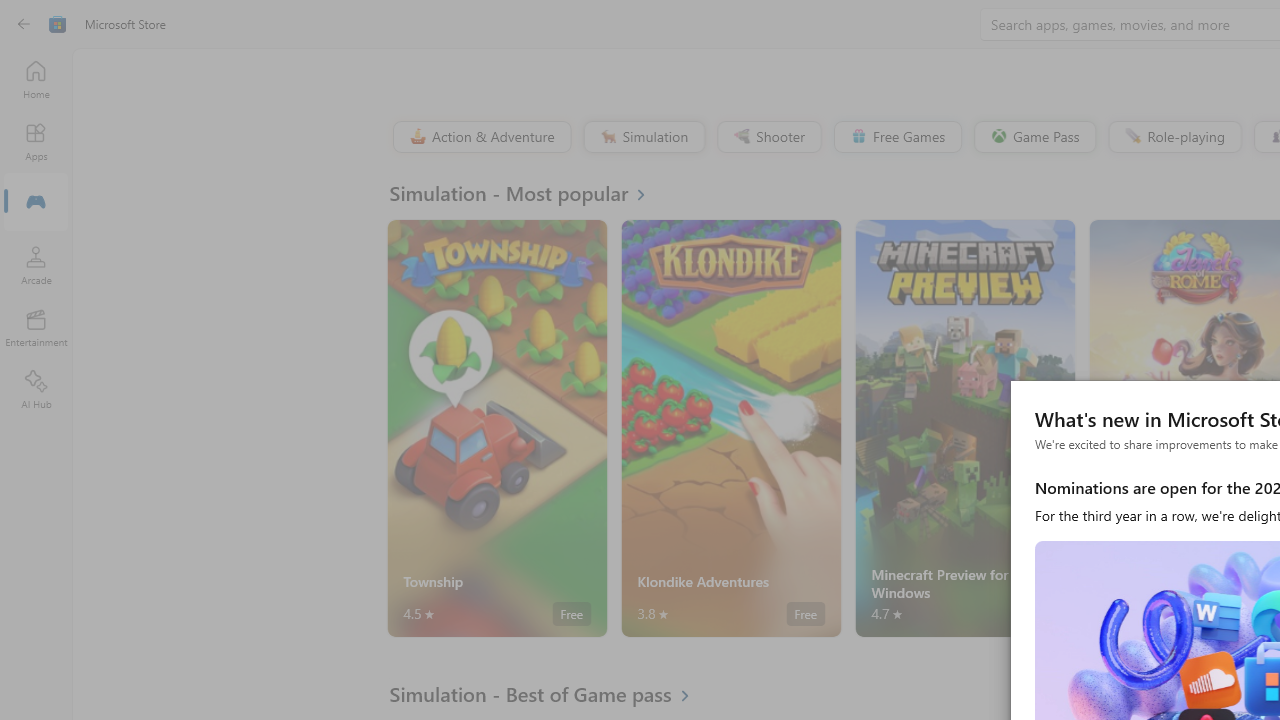  What do you see at coordinates (497, 427) in the screenshot?
I see `'Township. Average rating of 4.5 out of five stars. Free  '` at bounding box center [497, 427].